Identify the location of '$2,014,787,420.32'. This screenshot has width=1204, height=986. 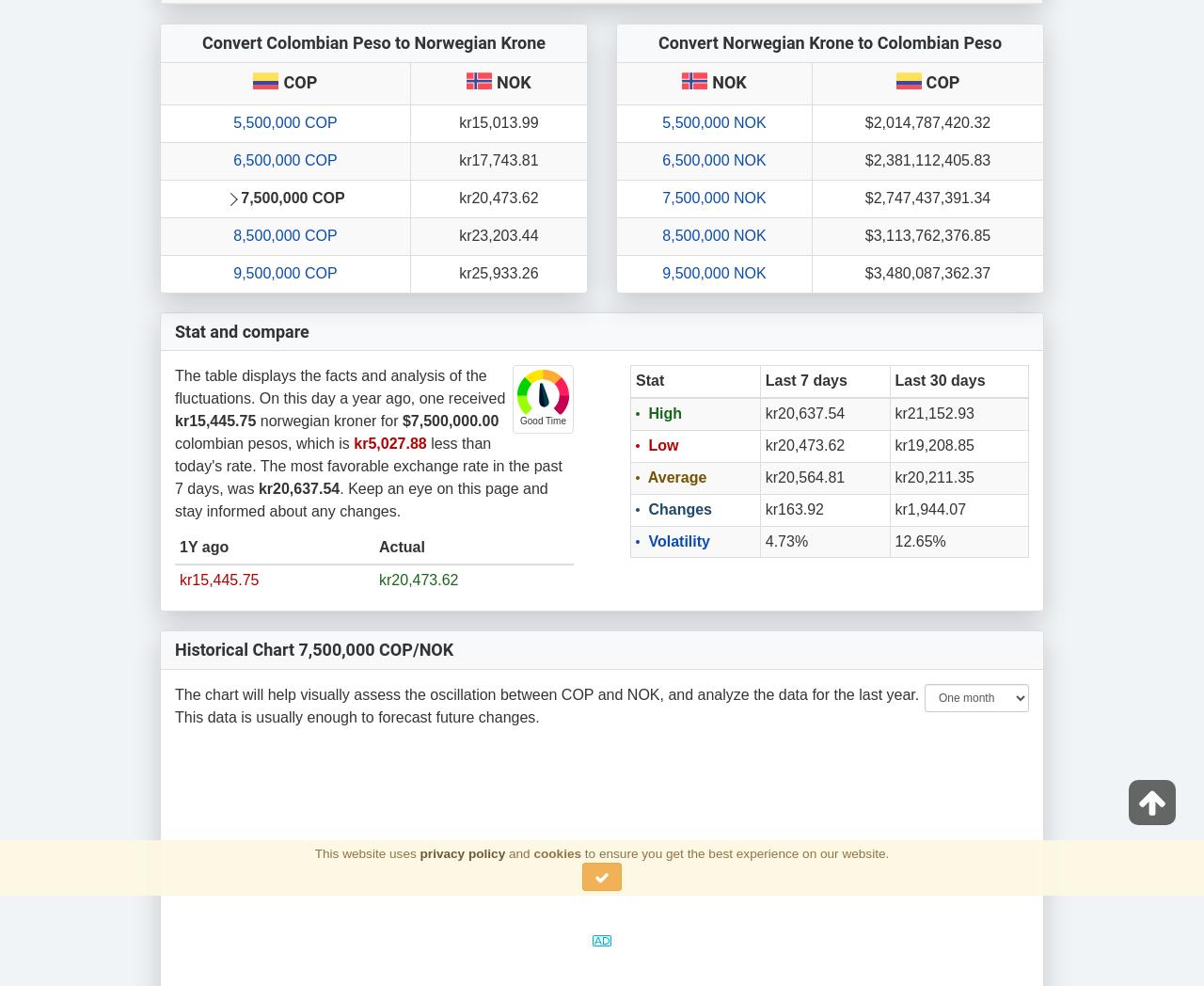
(927, 121).